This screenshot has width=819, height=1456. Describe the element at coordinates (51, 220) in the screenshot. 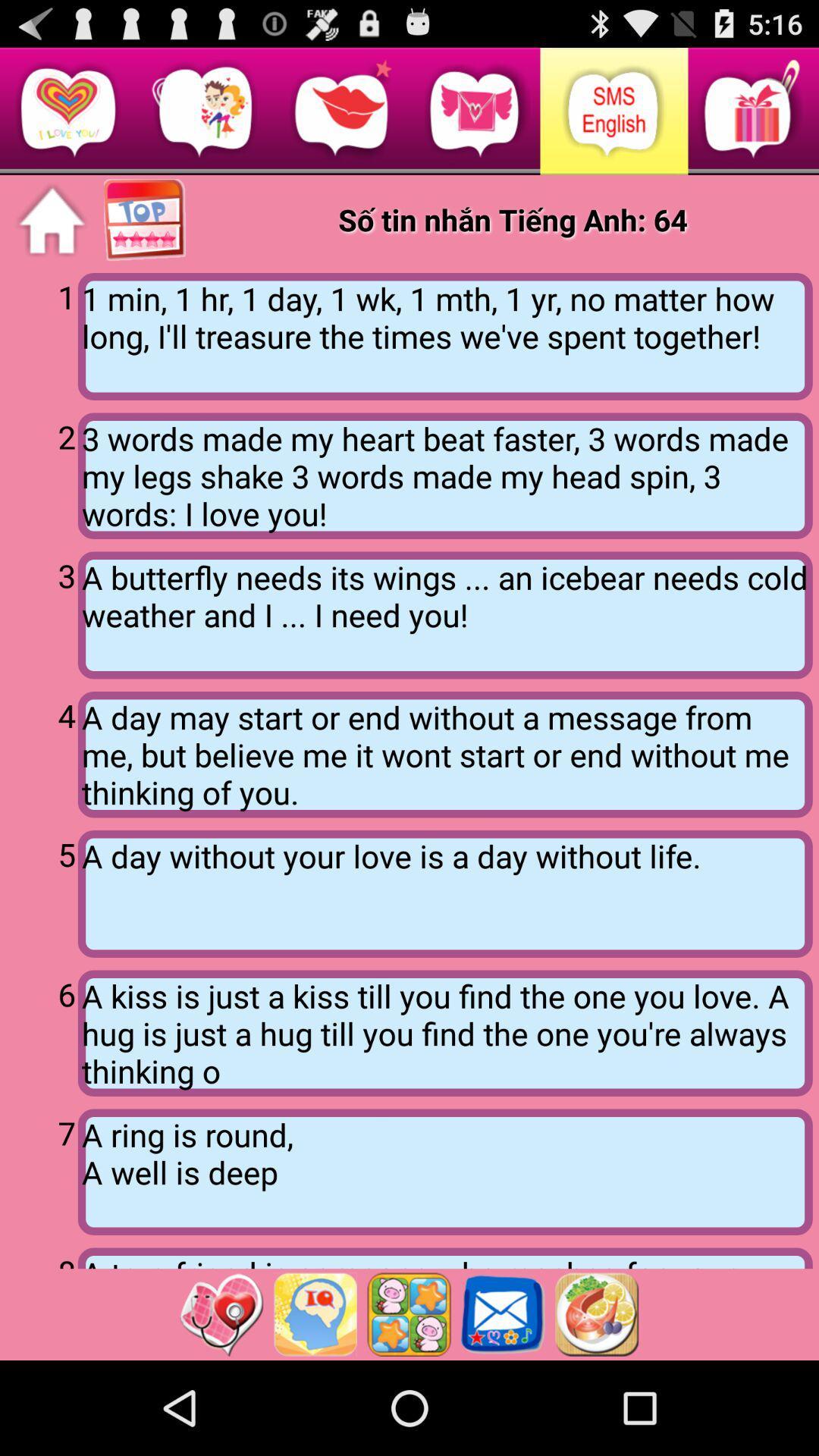

I see `go home` at that location.